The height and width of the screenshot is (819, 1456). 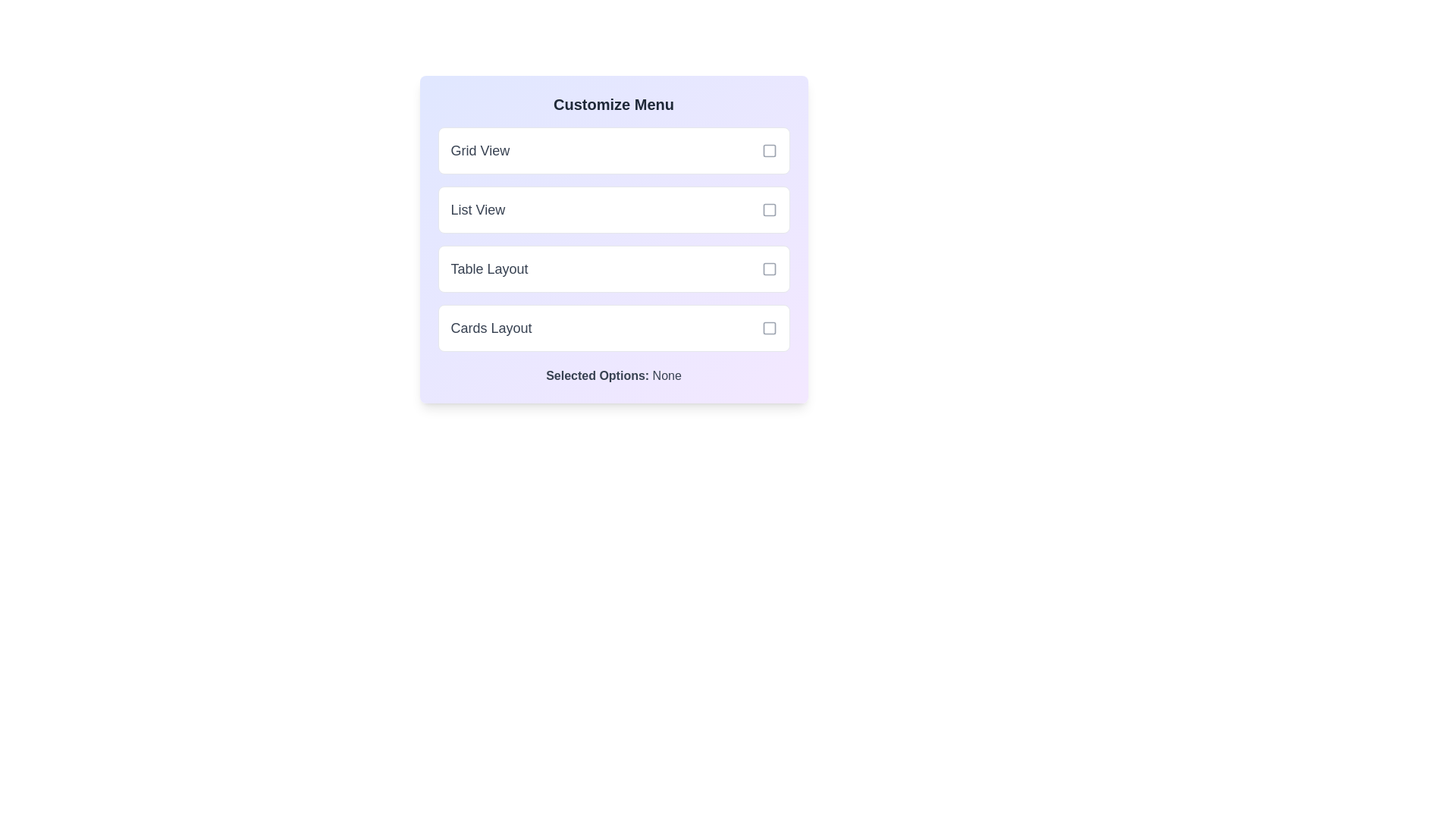 I want to click on text label describing the fourth selection option in the 'Customize Menu' panel, which is located to the left of the associated checkbox, so click(x=491, y=327).